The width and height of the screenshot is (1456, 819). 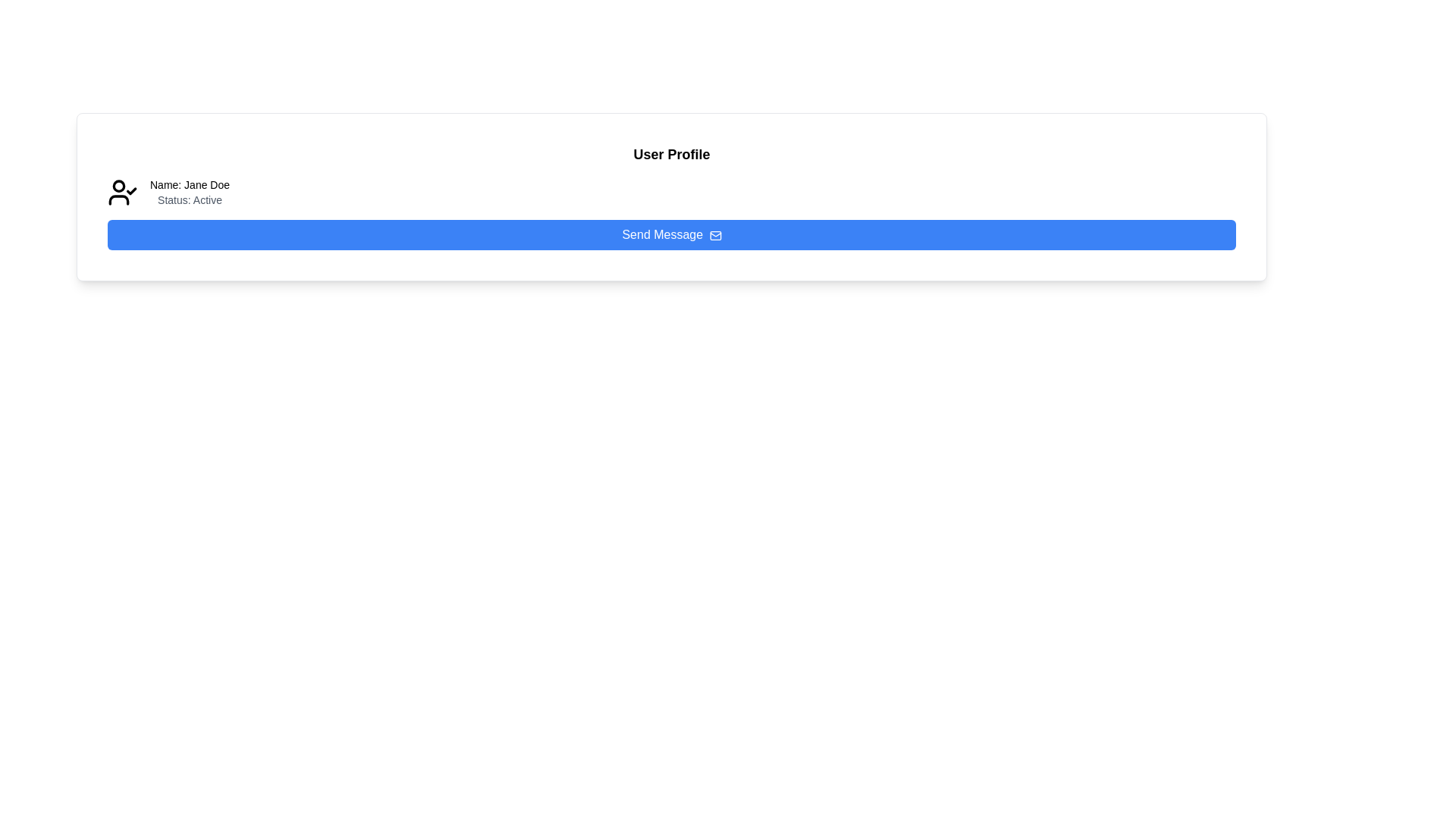 What do you see at coordinates (714, 235) in the screenshot?
I see `the mail icon located to the right of the 'Send Message' button to send a message` at bounding box center [714, 235].